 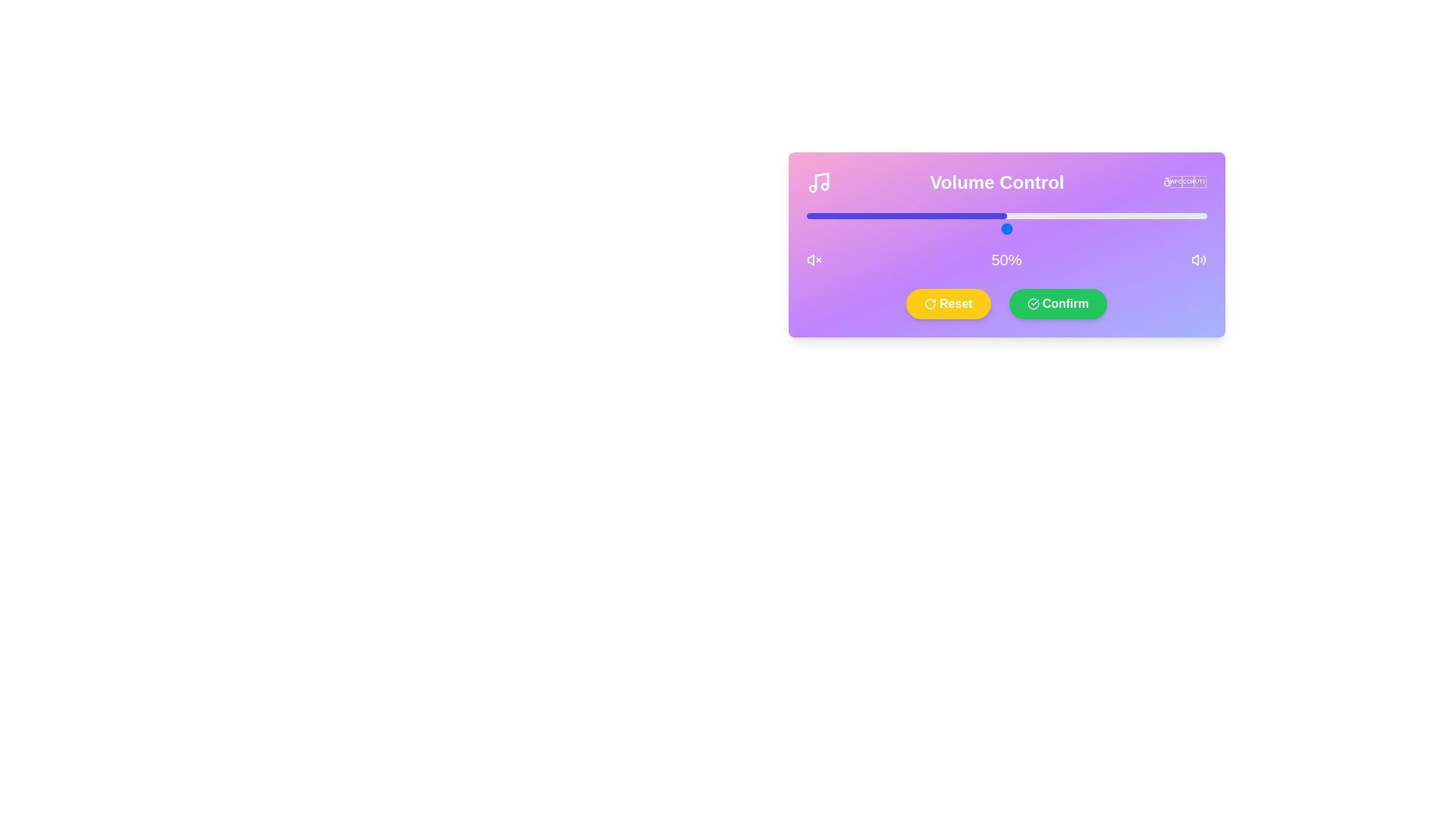 What do you see at coordinates (1143, 228) in the screenshot?
I see `the slider` at bounding box center [1143, 228].